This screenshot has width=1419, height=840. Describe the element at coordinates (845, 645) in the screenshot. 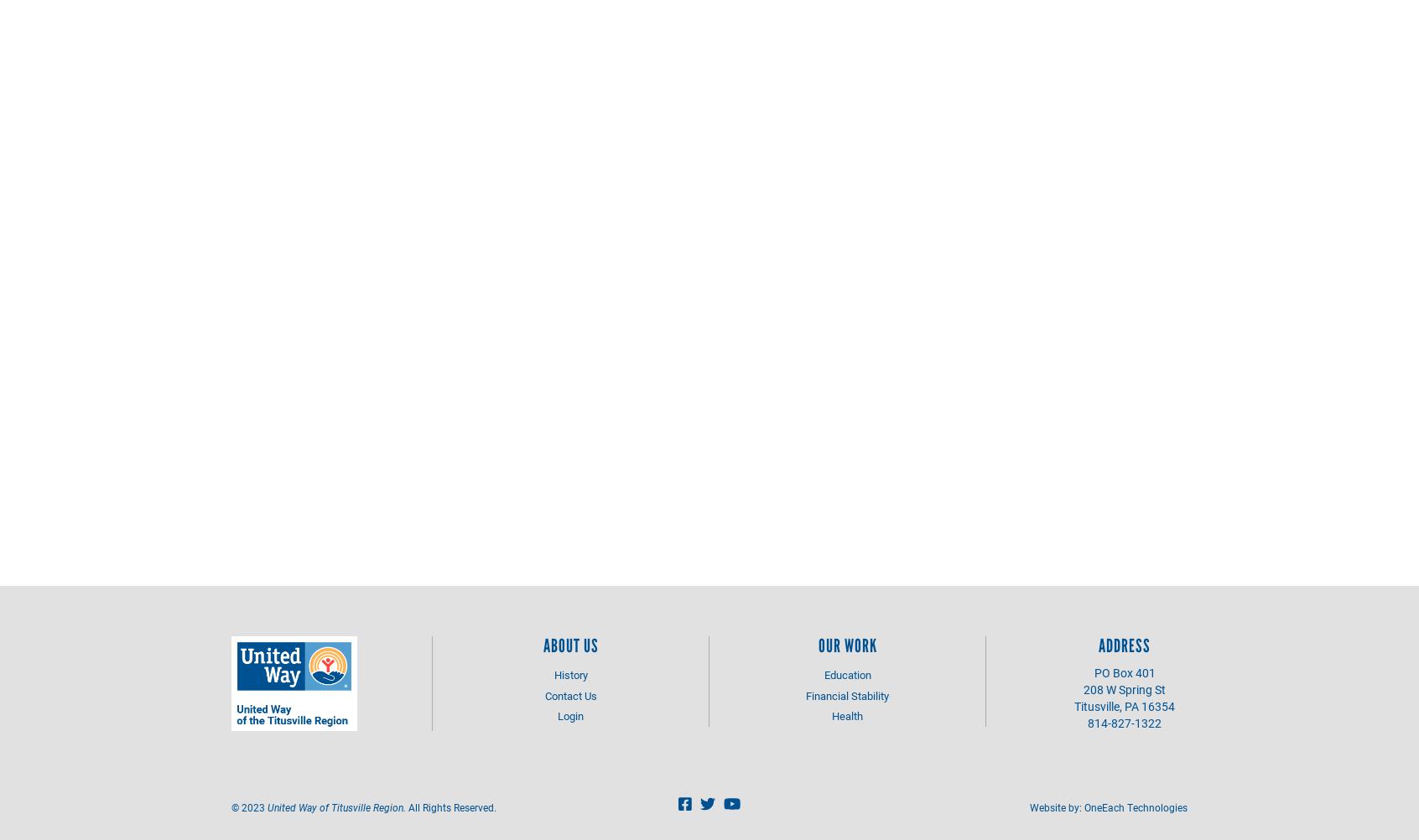

I see `'Our Work'` at that location.